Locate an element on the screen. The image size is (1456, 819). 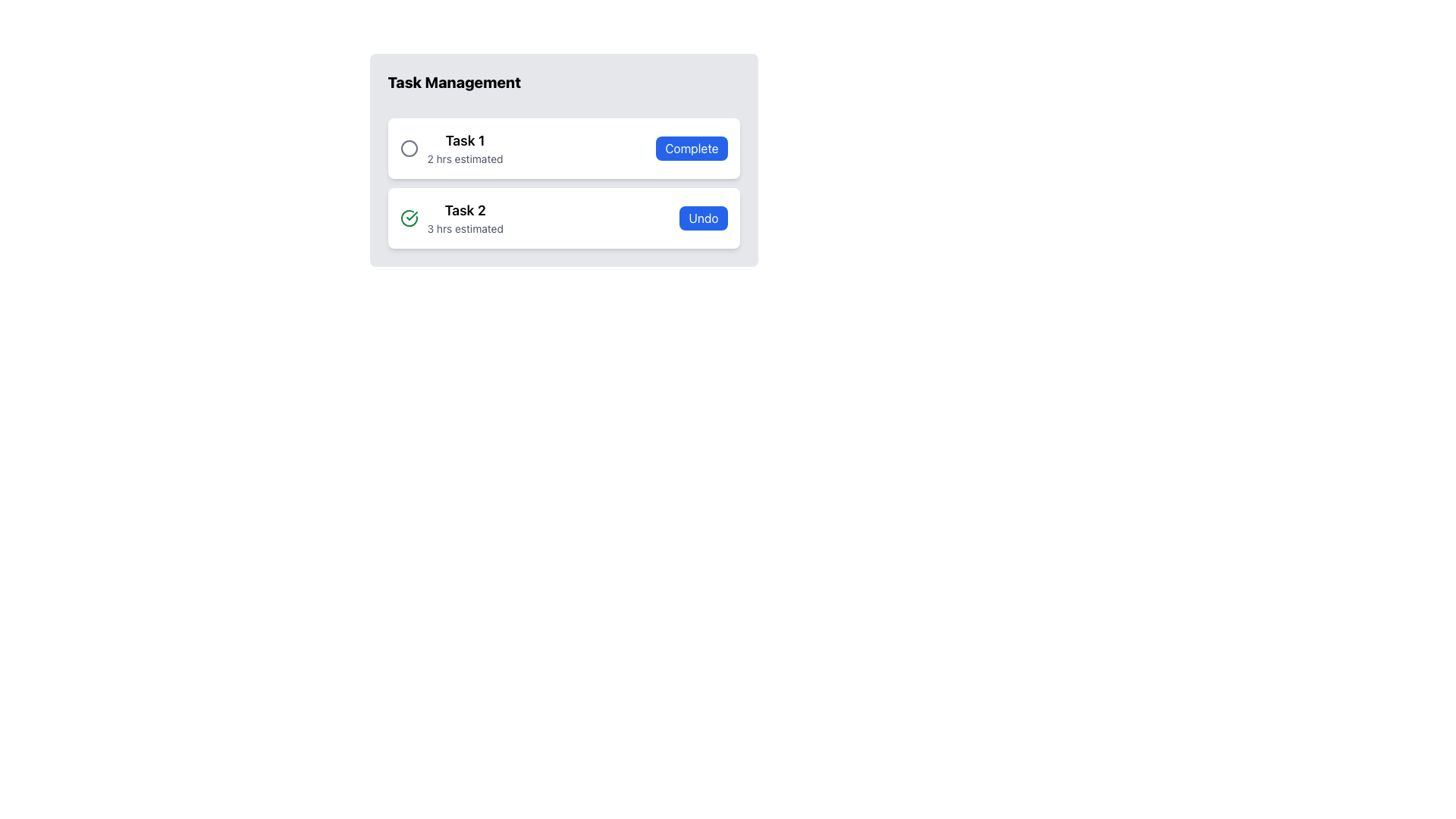
the Text Label indicating the task title and estimated completion time in the Task Management section, specifically the top task item is located at coordinates (464, 149).